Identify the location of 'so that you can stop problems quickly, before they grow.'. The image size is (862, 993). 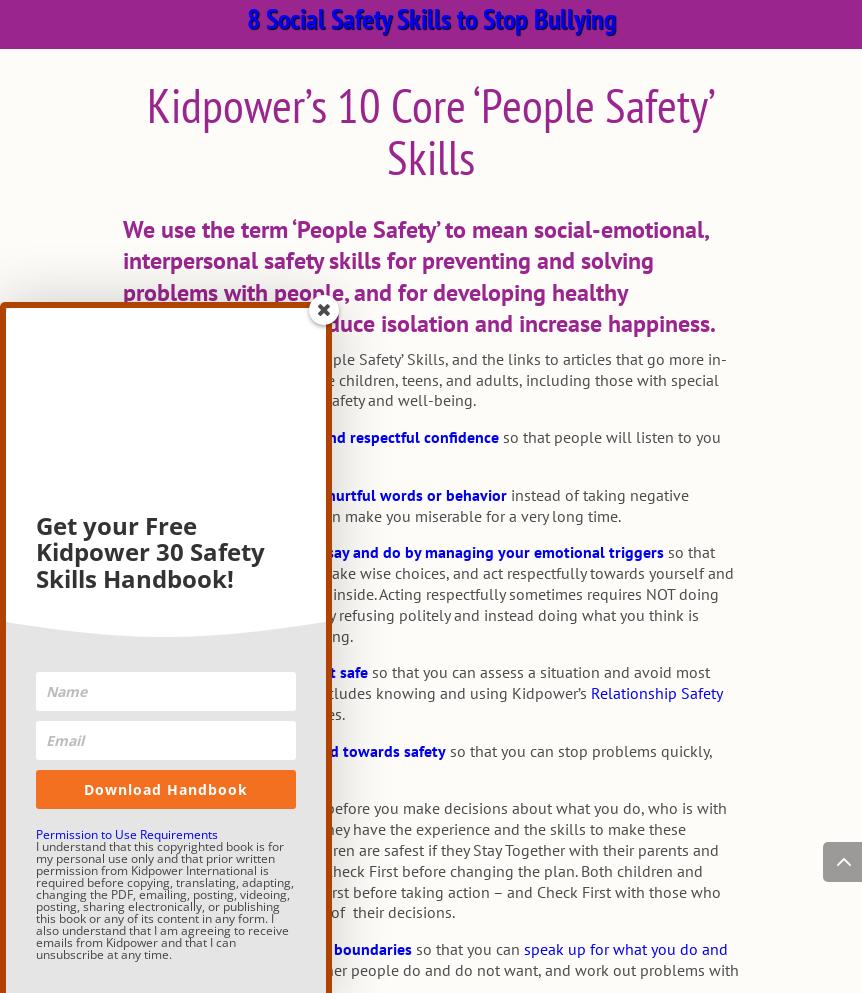
(120, 760).